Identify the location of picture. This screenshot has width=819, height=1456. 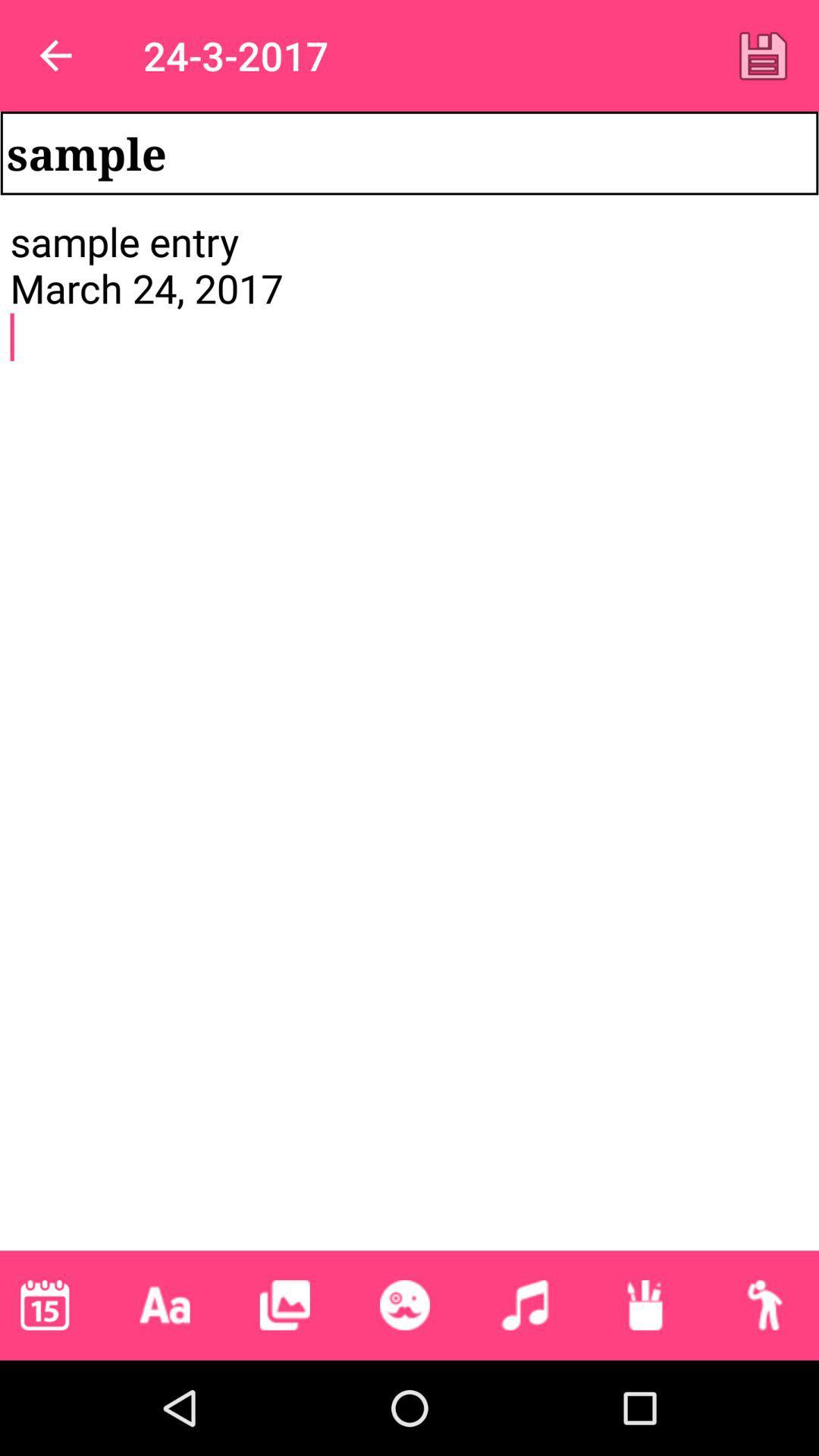
(284, 1304).